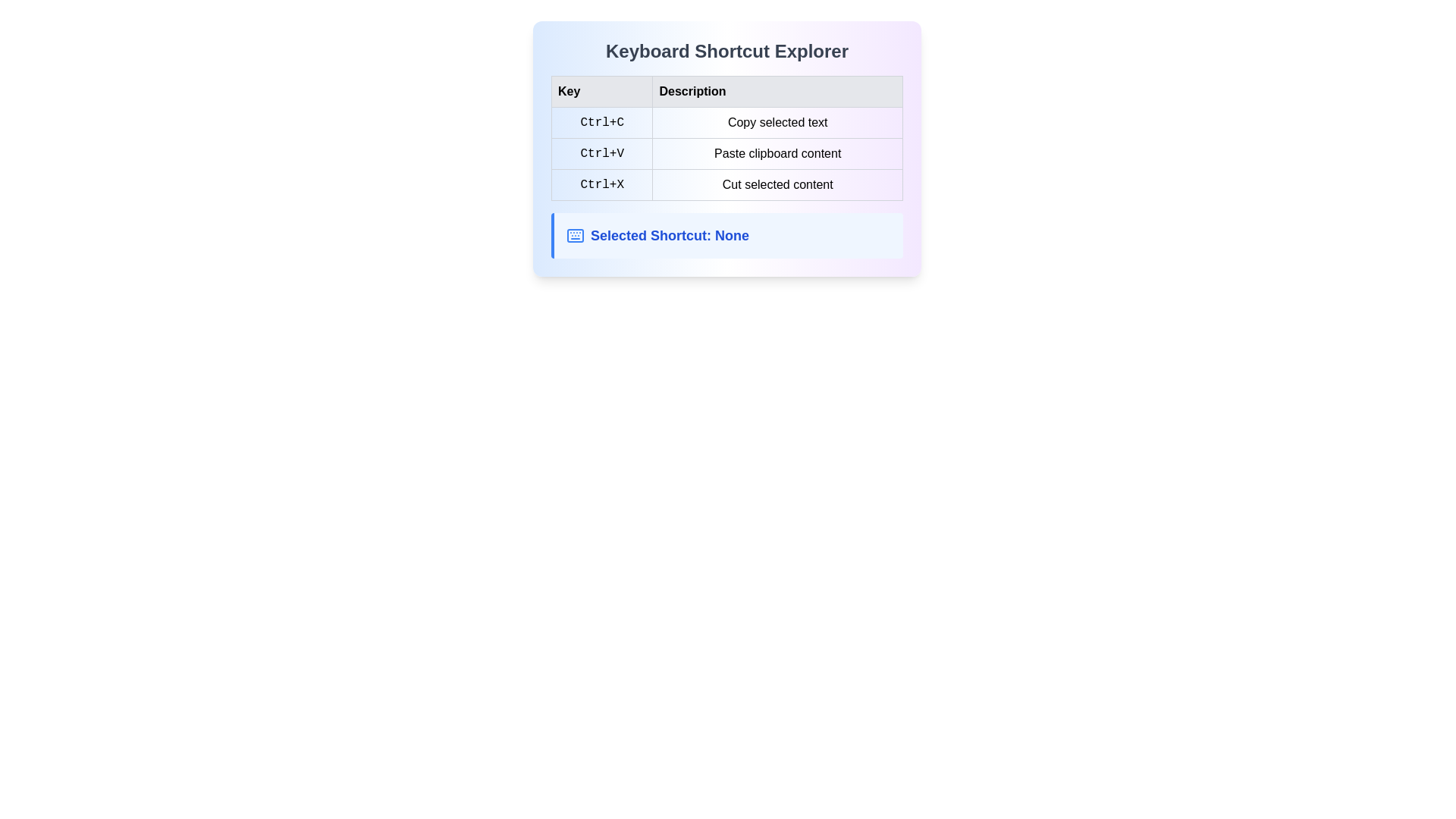 The image size is (1456, 819). What do you see at coordinates (726, 184) in the screenshot?
I see `the third row in the table that provides information on the keyboard shortcut 'Ctrl+X'` at bounding box center [726, 184].